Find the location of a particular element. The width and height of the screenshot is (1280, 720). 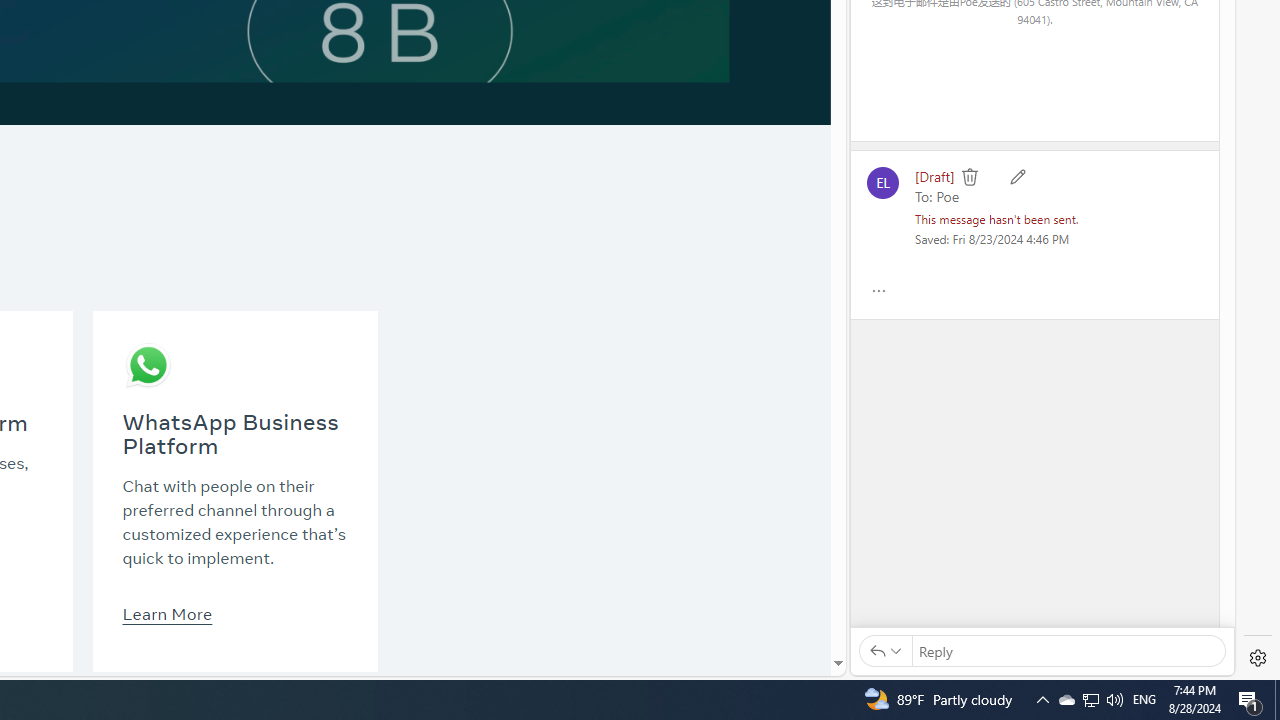

'Learn More' is located at coordinates (167, 612).